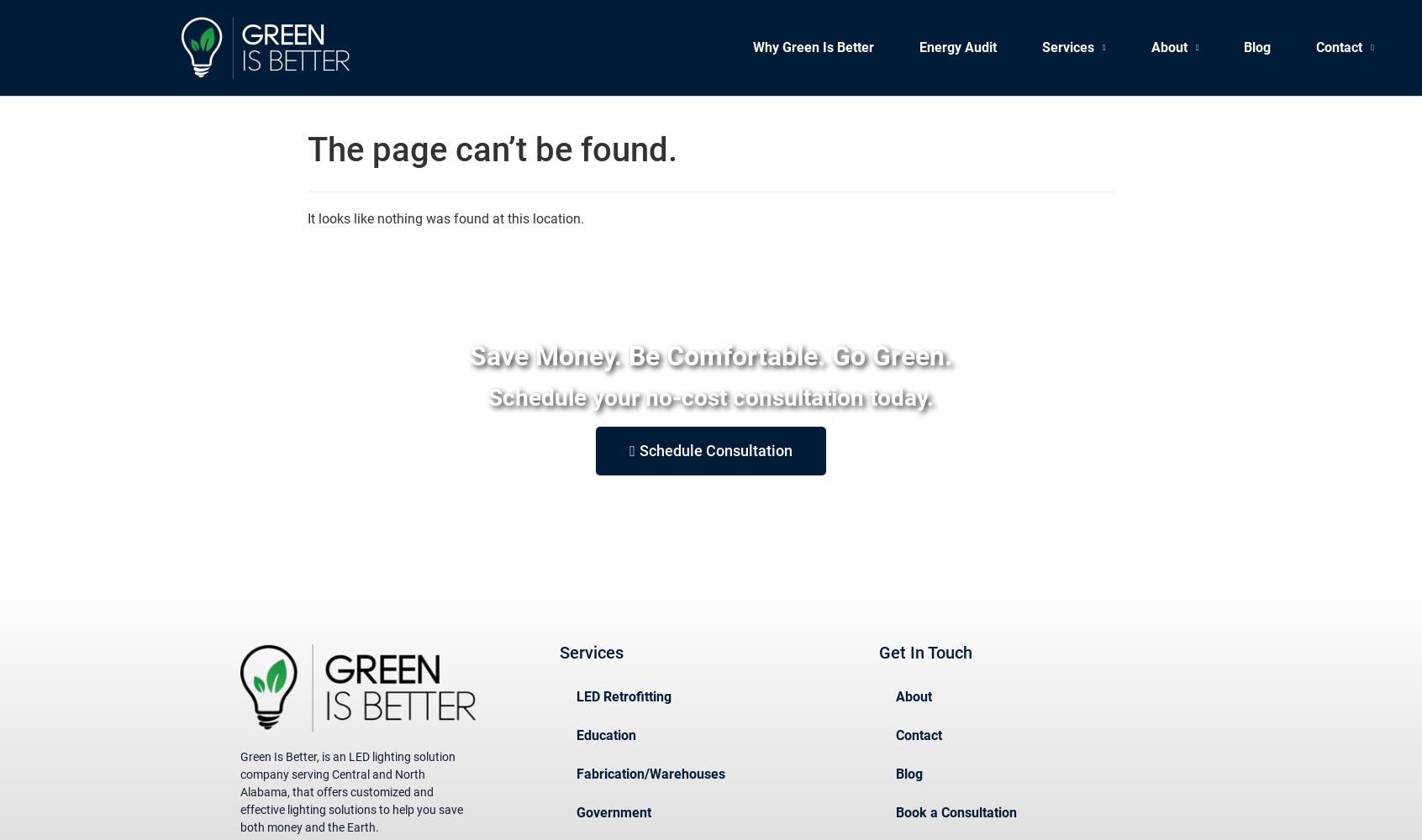  Describe the element at coordinates (612, 811) in the screenshot. I see `'Government'` at that location.